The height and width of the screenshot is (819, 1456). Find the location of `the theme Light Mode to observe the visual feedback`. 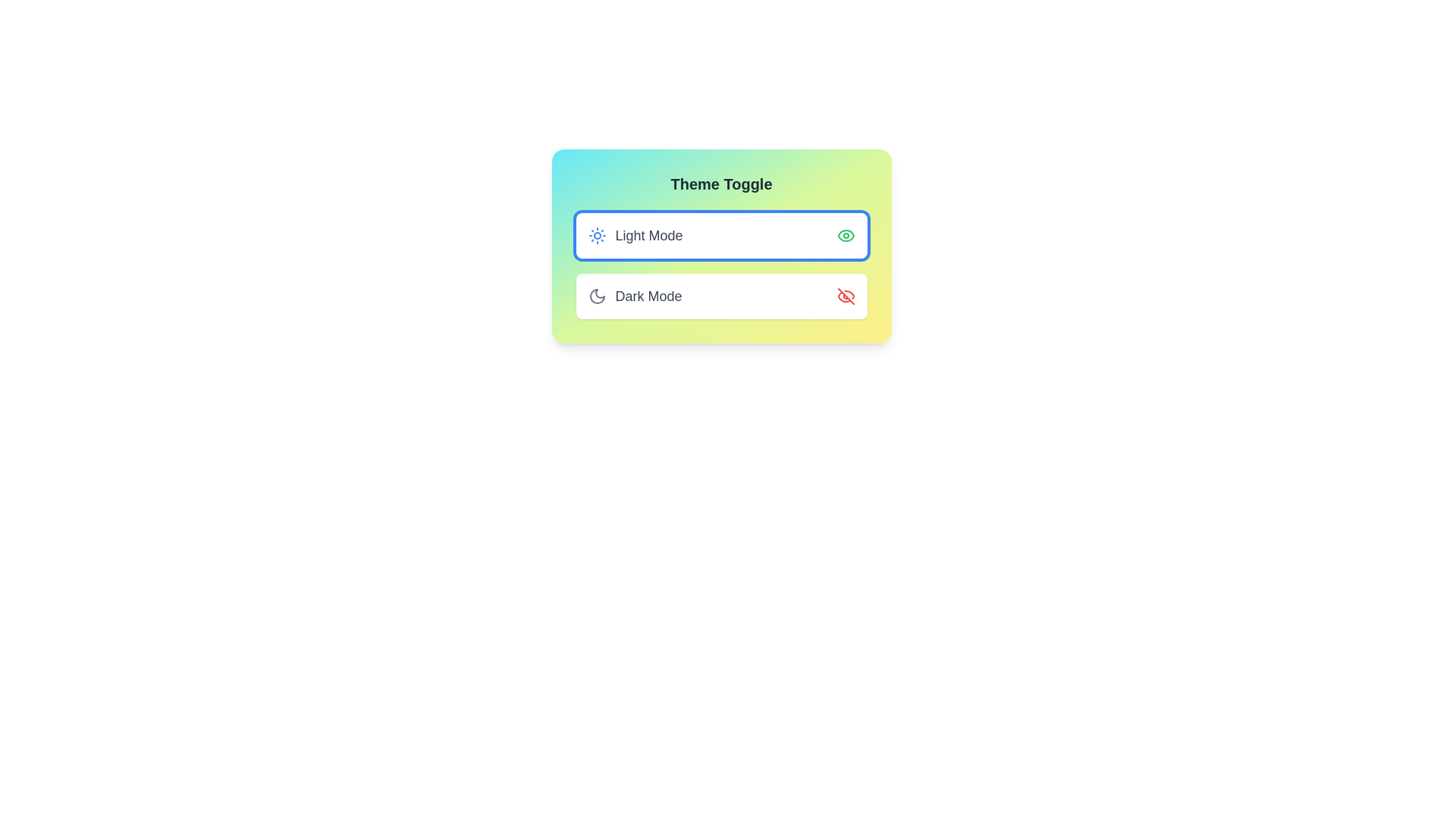

the theme Light Mode to observe the visual feedback is located at coordinates (720, 236).